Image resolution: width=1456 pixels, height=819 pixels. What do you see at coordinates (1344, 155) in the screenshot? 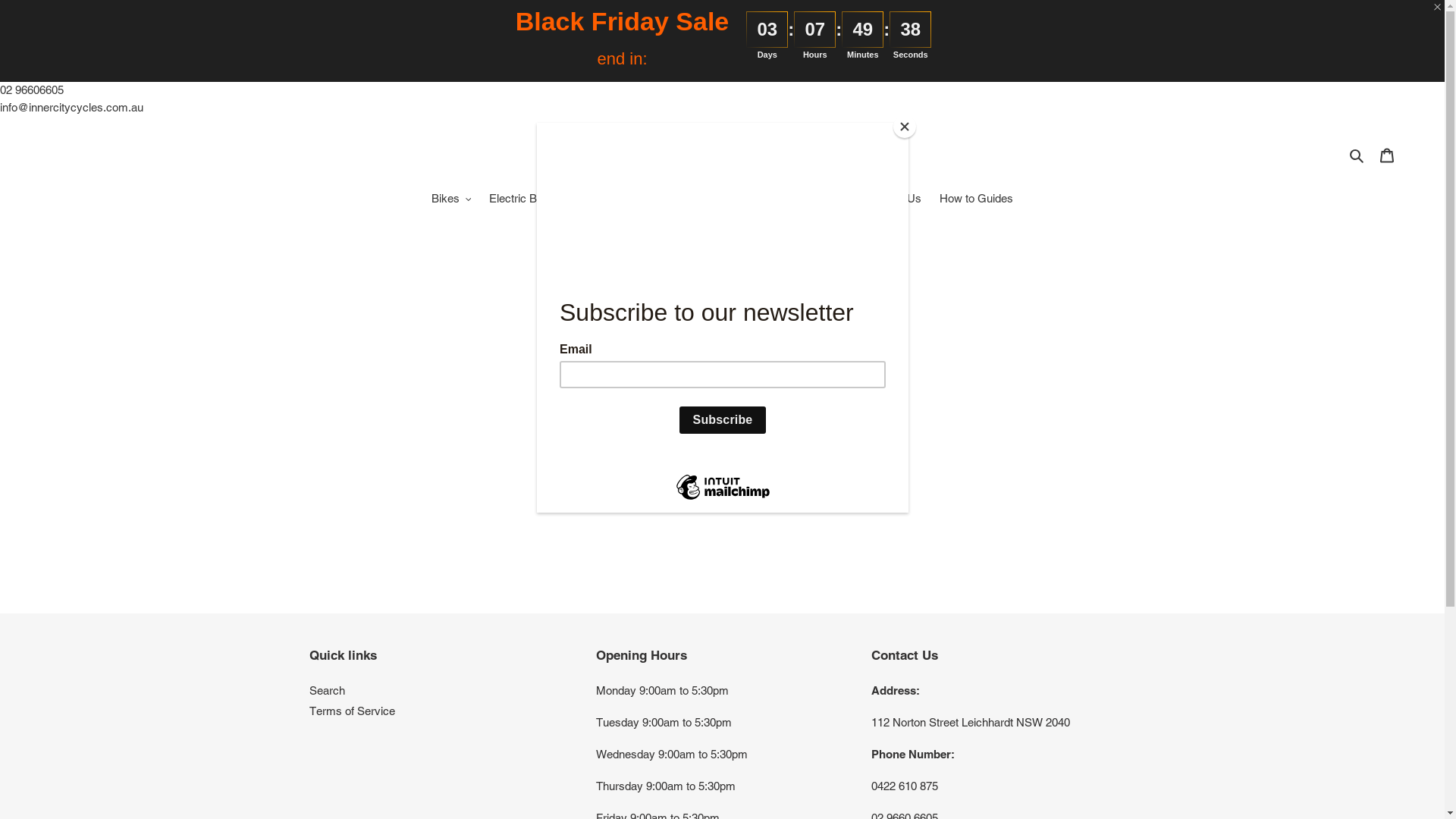
I see `'Search'` at bounding box center [1344, 155].